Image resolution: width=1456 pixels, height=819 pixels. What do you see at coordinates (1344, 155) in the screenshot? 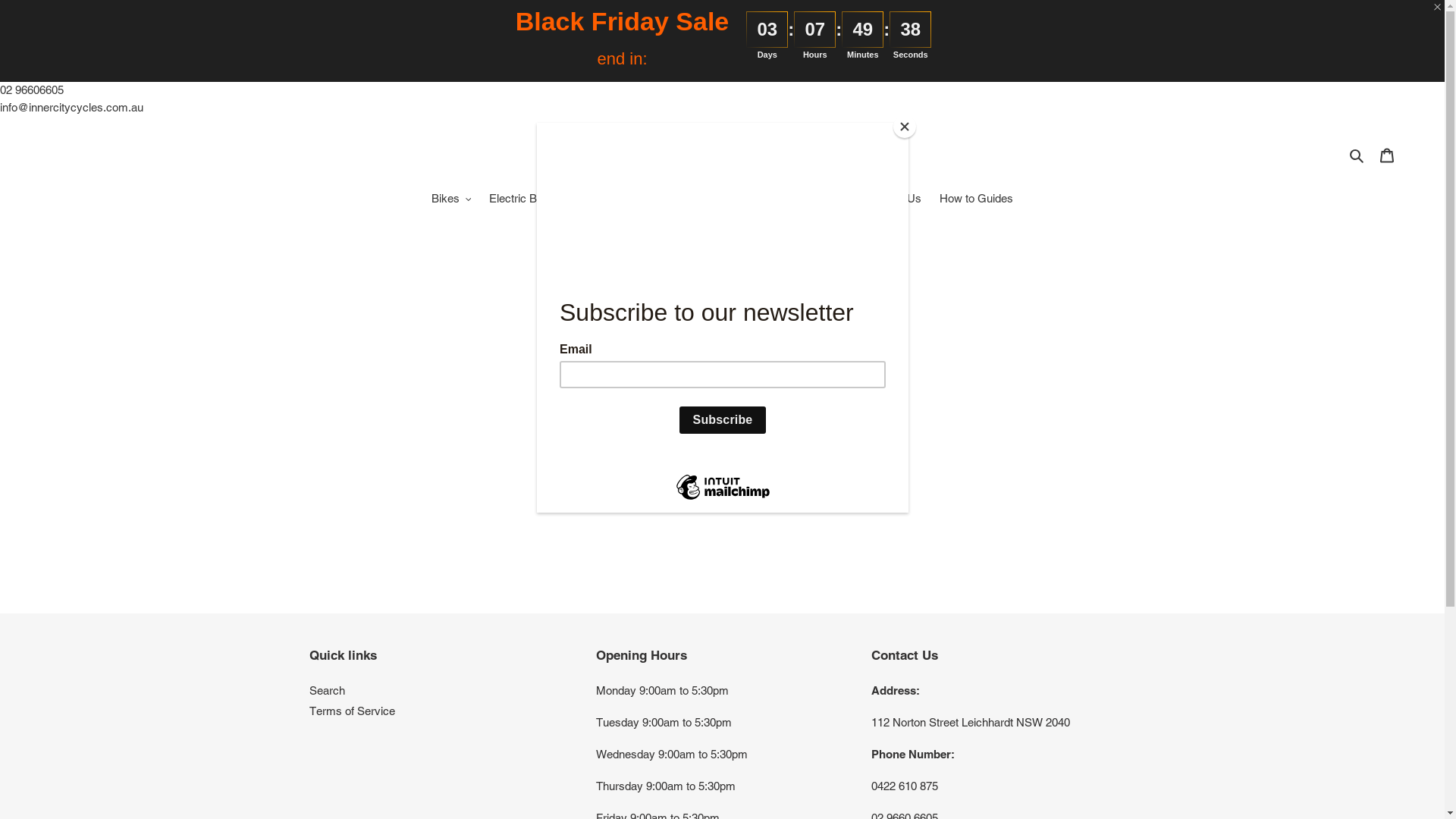
I see `'Search'` at bounding box center [1344, 155].